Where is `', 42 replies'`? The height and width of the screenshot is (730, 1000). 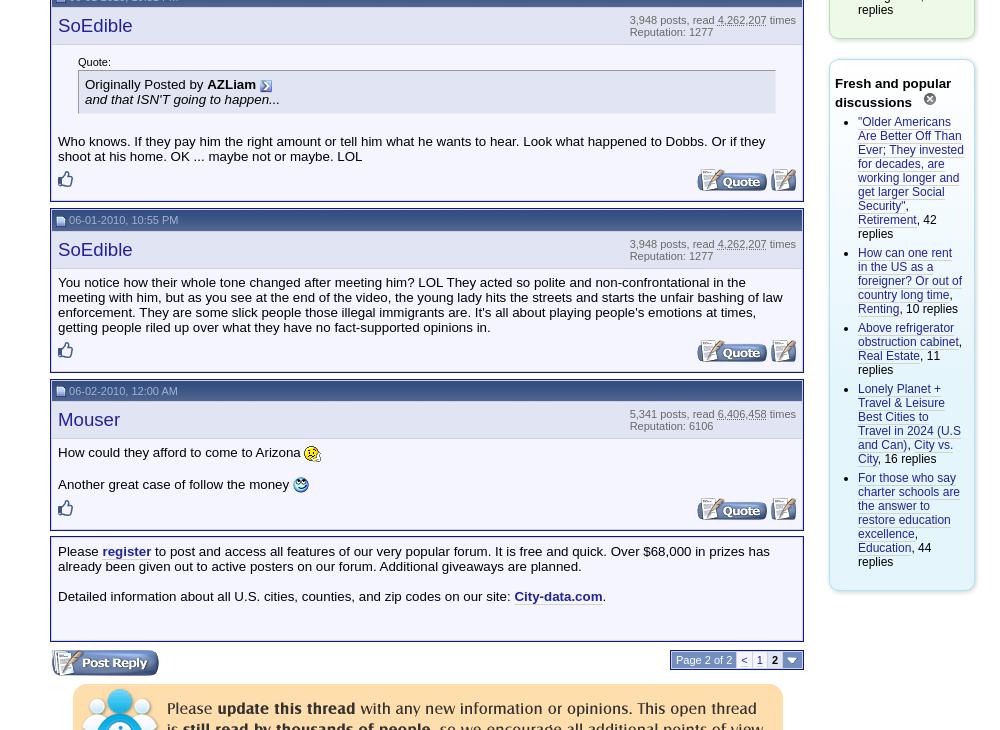 ', 42 replies' is located at coordinates (897, 227).